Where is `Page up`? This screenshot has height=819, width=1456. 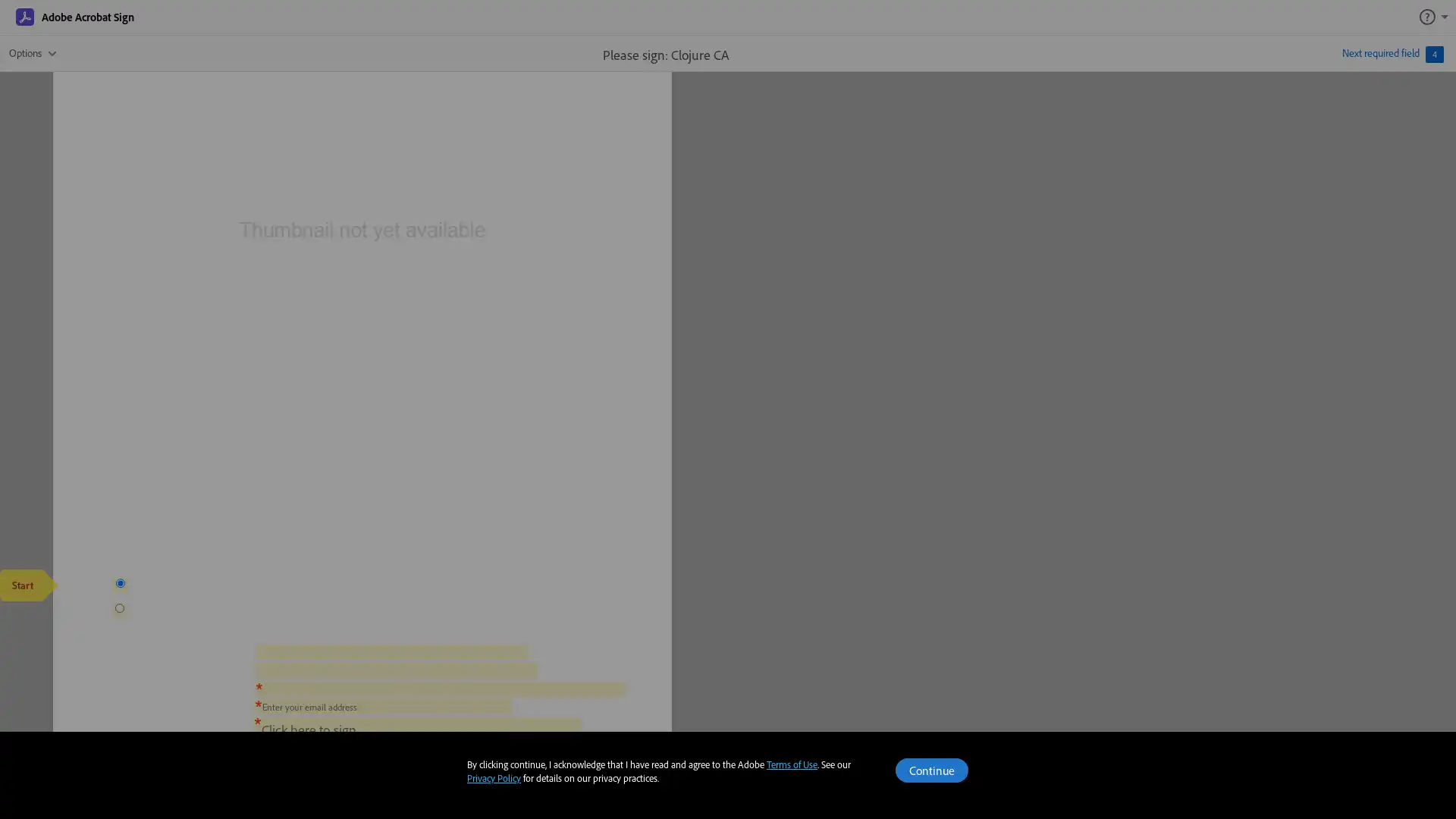
Page up is located at coordinates (626, 766).